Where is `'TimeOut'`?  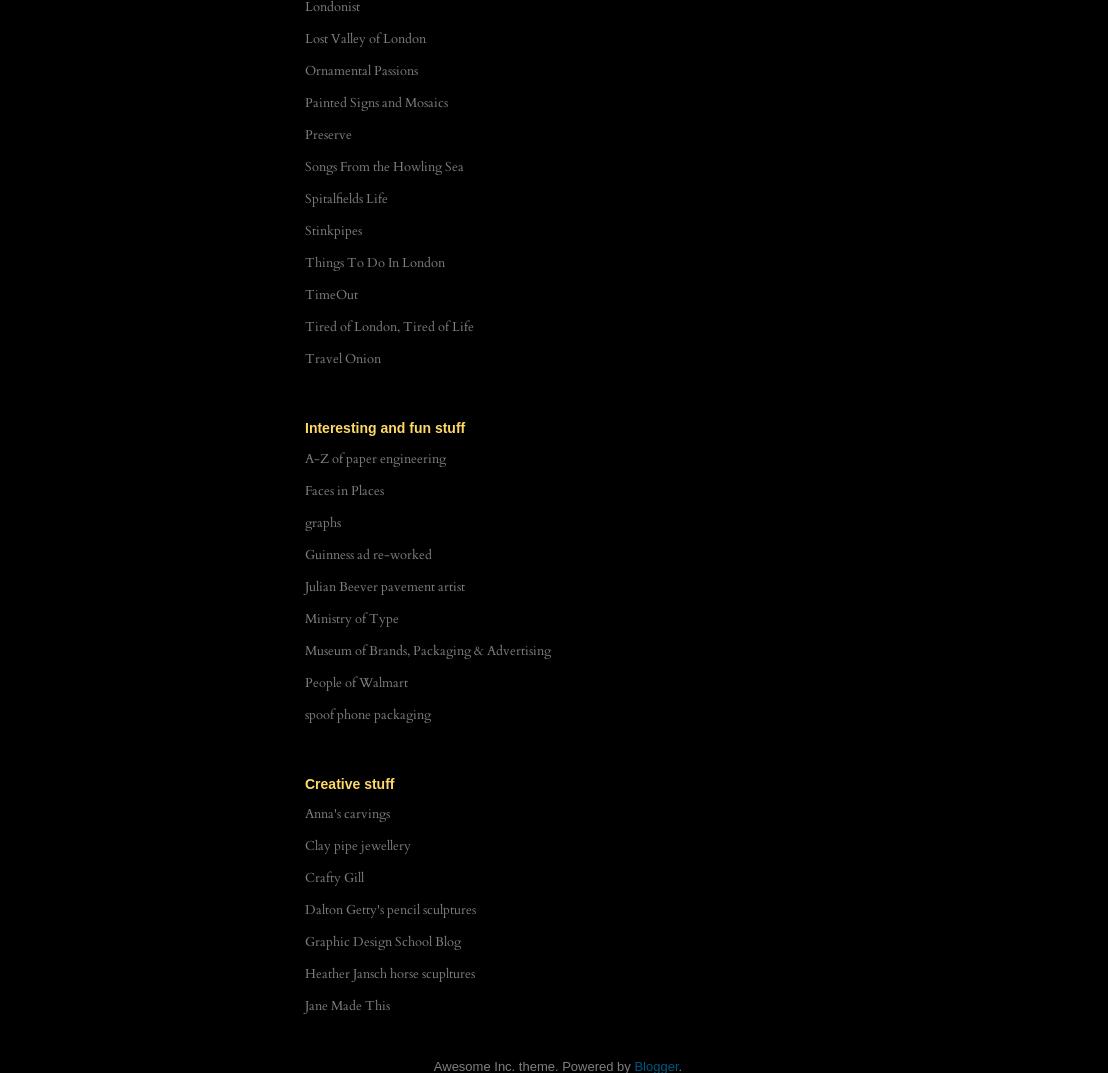 'TimeOut' is located at coordinates (330, 293).